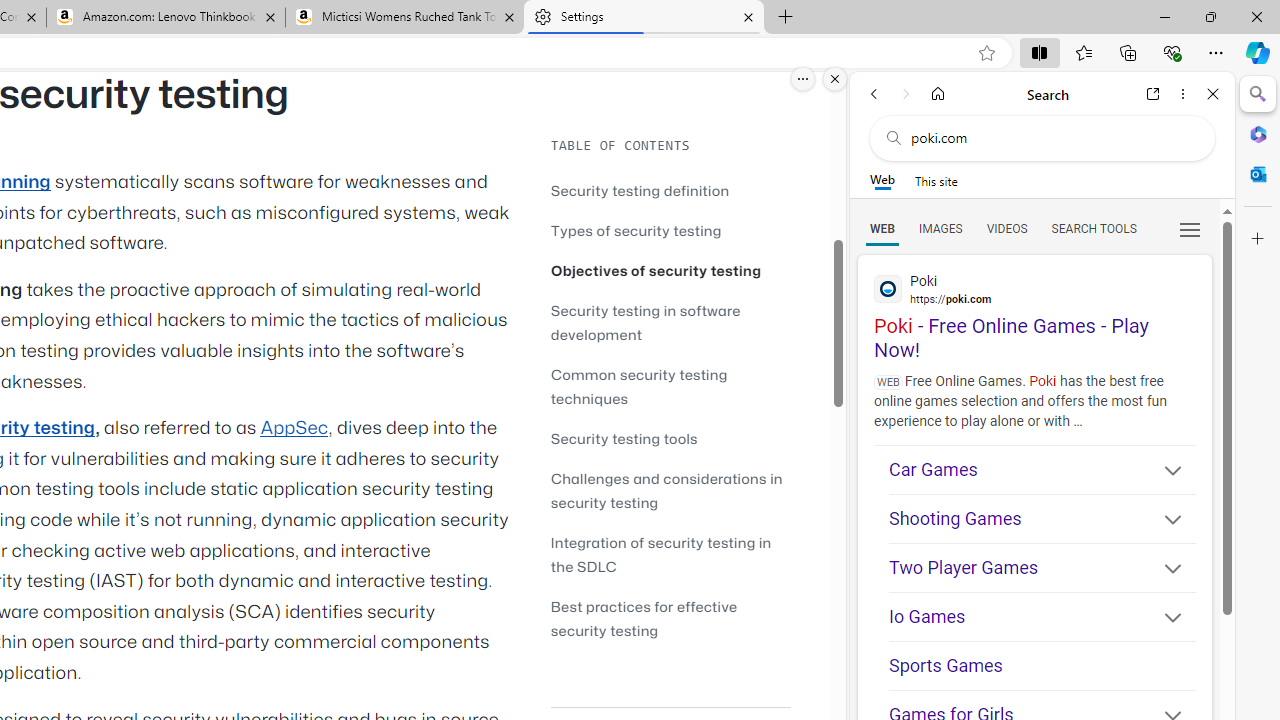  Describe the element at coordinates (1164, 618) in the screenshot. I see `'Show More Io Games'` at that location.